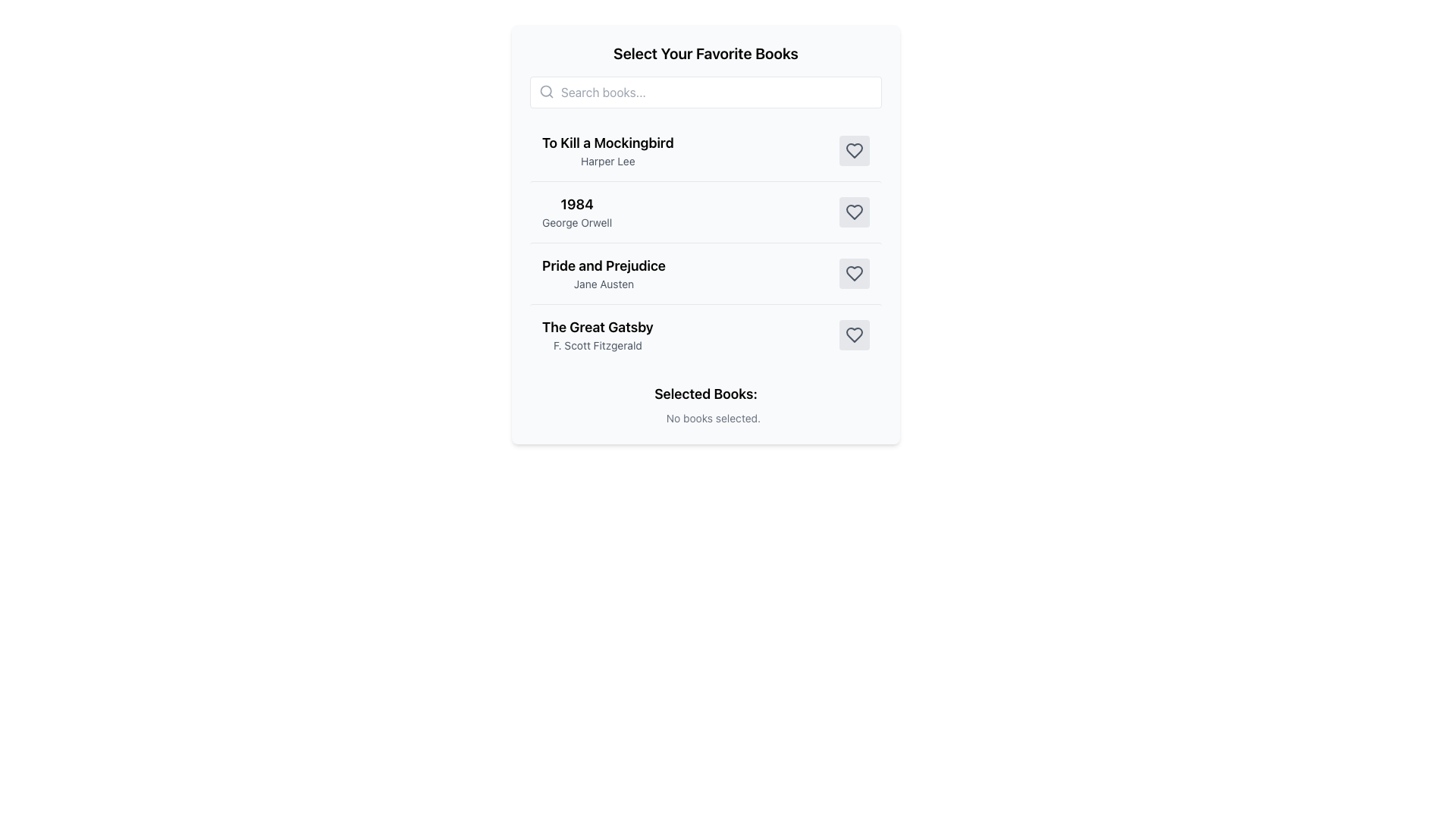 Image resolution: width=1456 pixels, height=819 pixels. Describe the element at coordinates (597, 345) in the screenshot. I see `the static text label displaying 'F. Scott Fitzgerald', which is located beneath the title 'The Great Gatsby' in the book list` at that location.